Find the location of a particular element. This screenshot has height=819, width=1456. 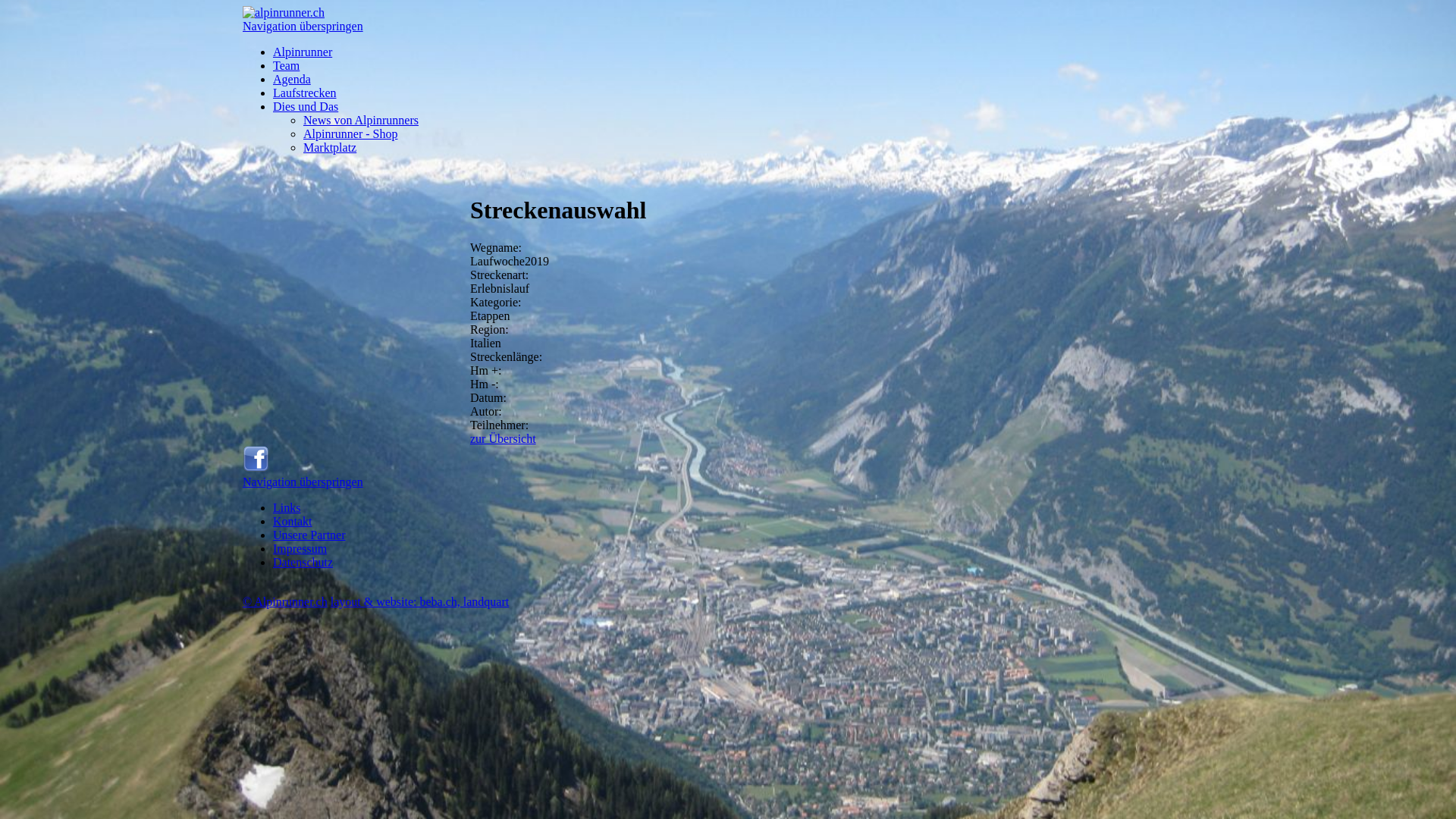

' startseite alpinrunner.ch' is located at coordinates (284, 12).